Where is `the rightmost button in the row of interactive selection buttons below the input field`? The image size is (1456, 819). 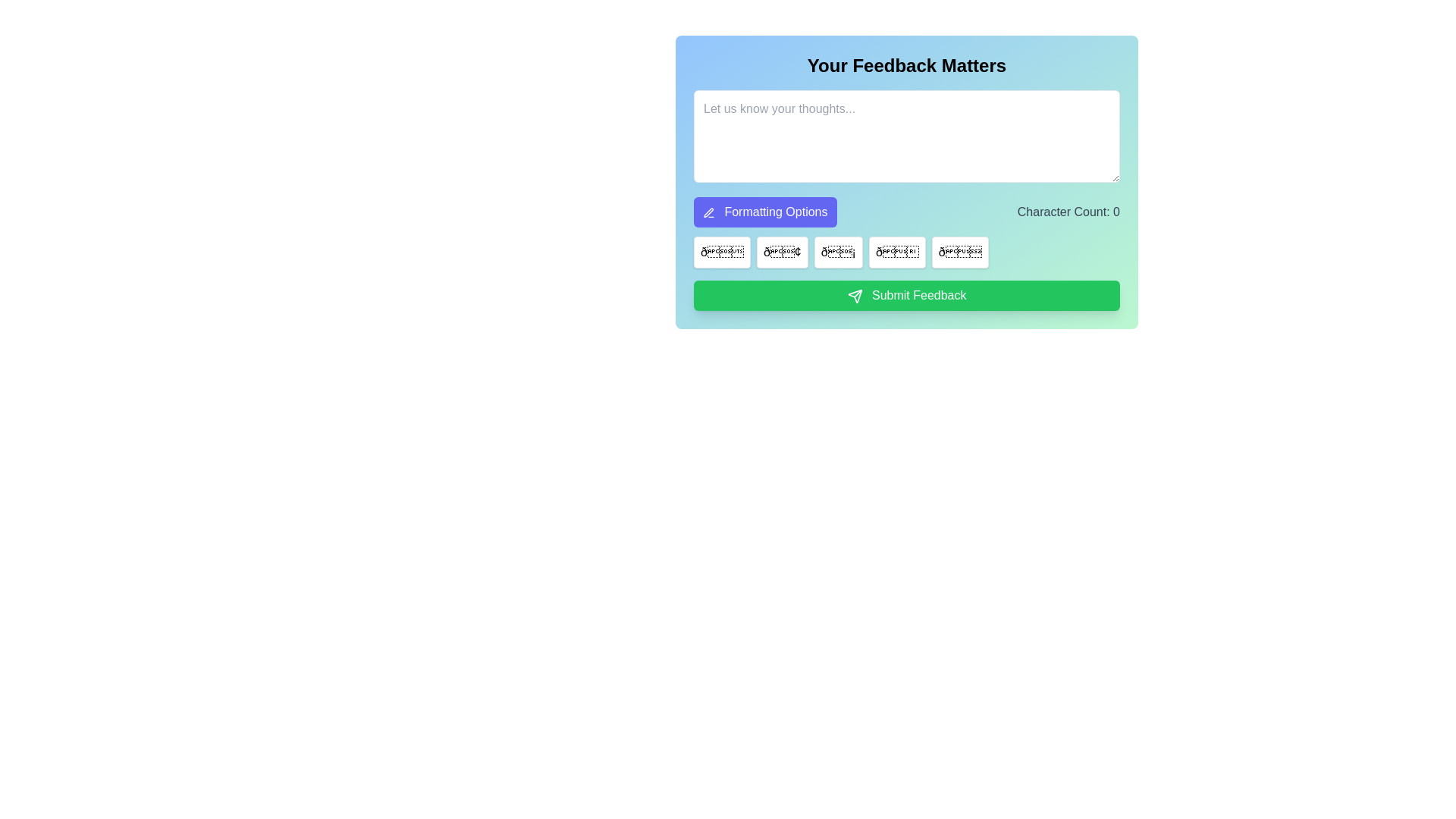
the rightmost button in the row of interactive selection buttons below the input field is located at coordinates (959, 251).